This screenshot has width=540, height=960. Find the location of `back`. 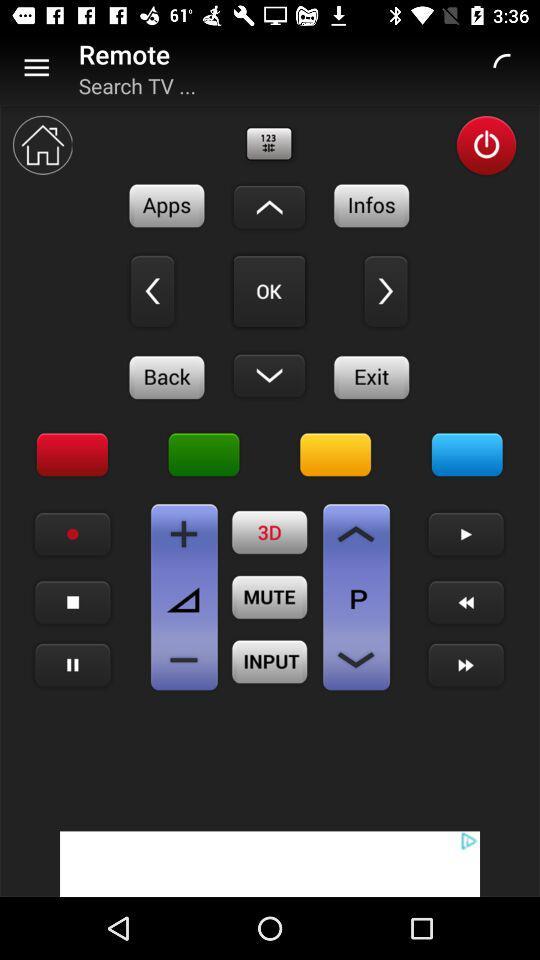

back is located at coordinates (166, 376).